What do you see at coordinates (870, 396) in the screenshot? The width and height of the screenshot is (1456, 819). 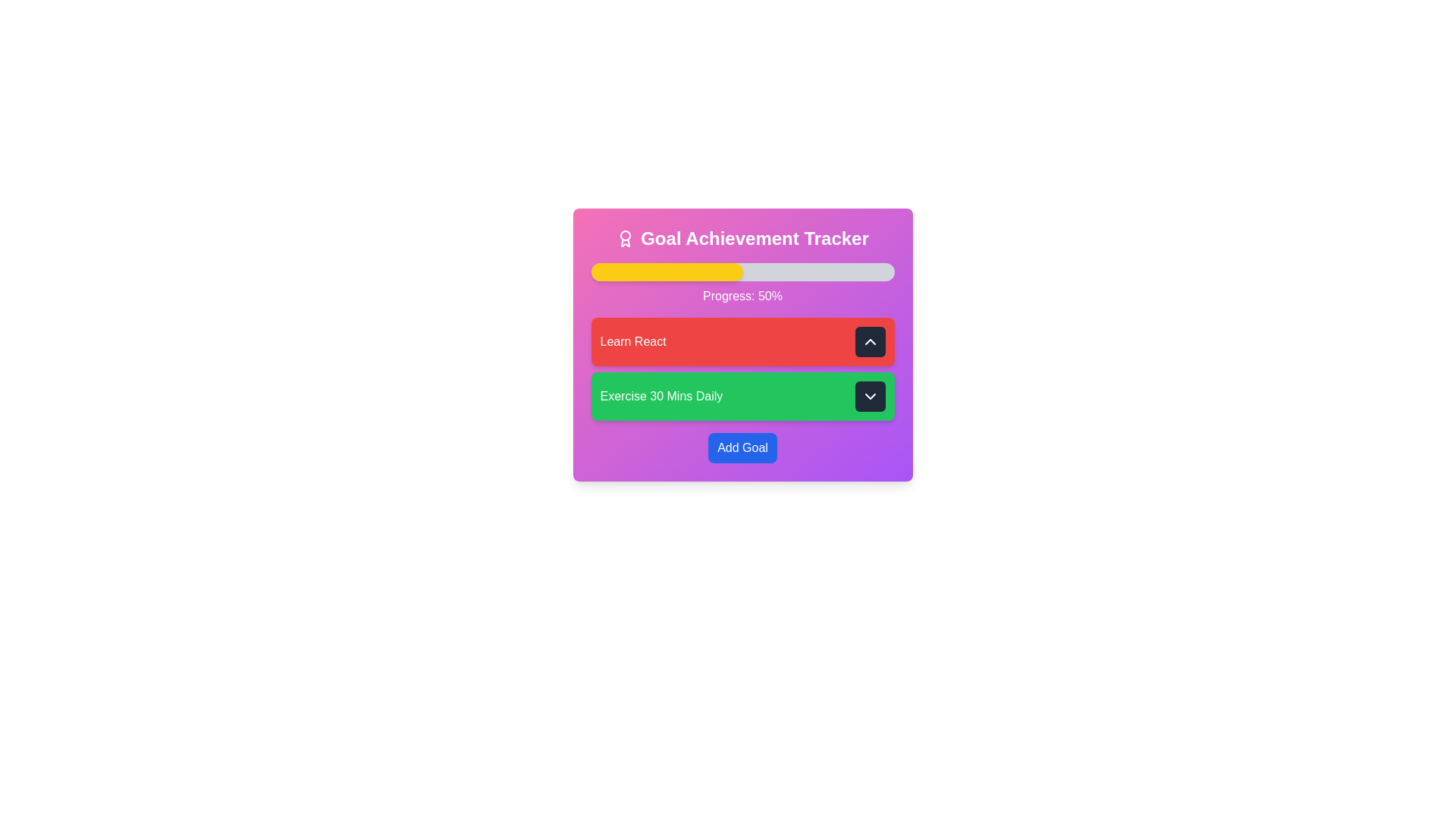 I see `the button located inside the green card labeled 'Exercise 30 Mins Daily', positioned towards the right edge and is the second button in a series` at bounding box center [870, 396].